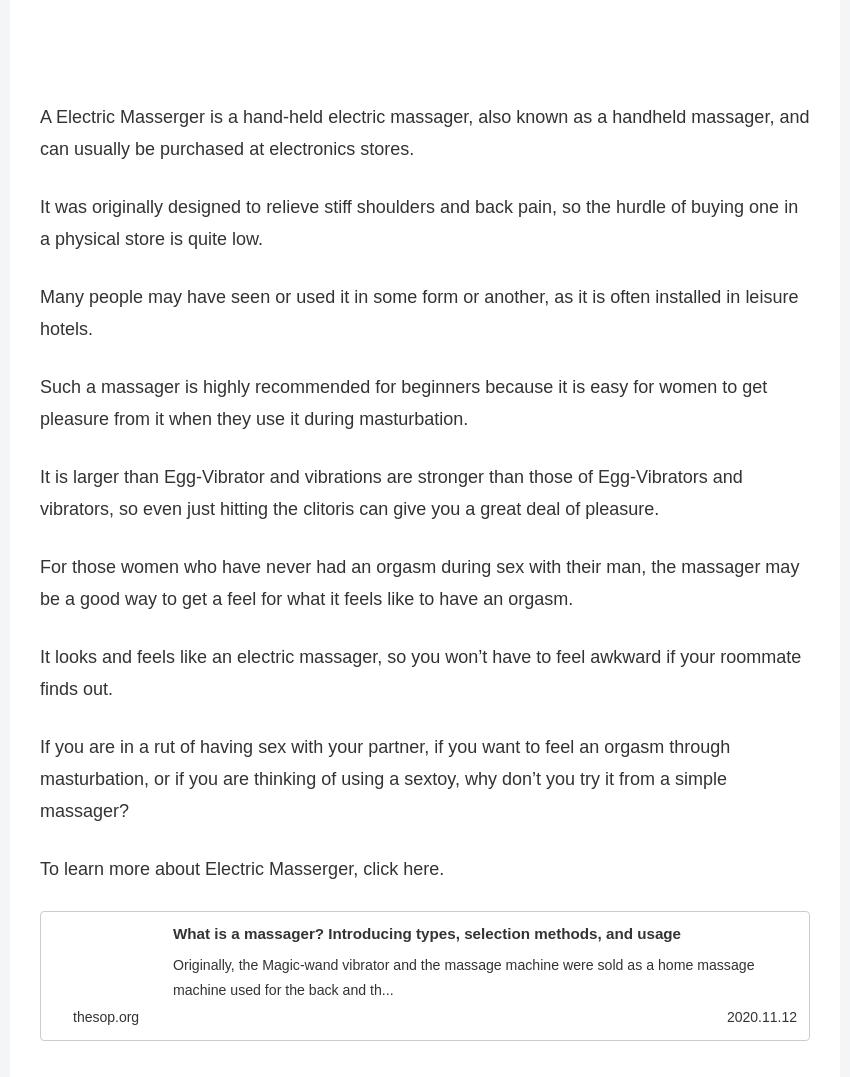 This screenshot has height=1077, width=850. I want to click on 'It was originally designed to relieve stiff shoulders and back pain, so the hurdle of buying one in a physical store is quite low.', so click(418, 231).